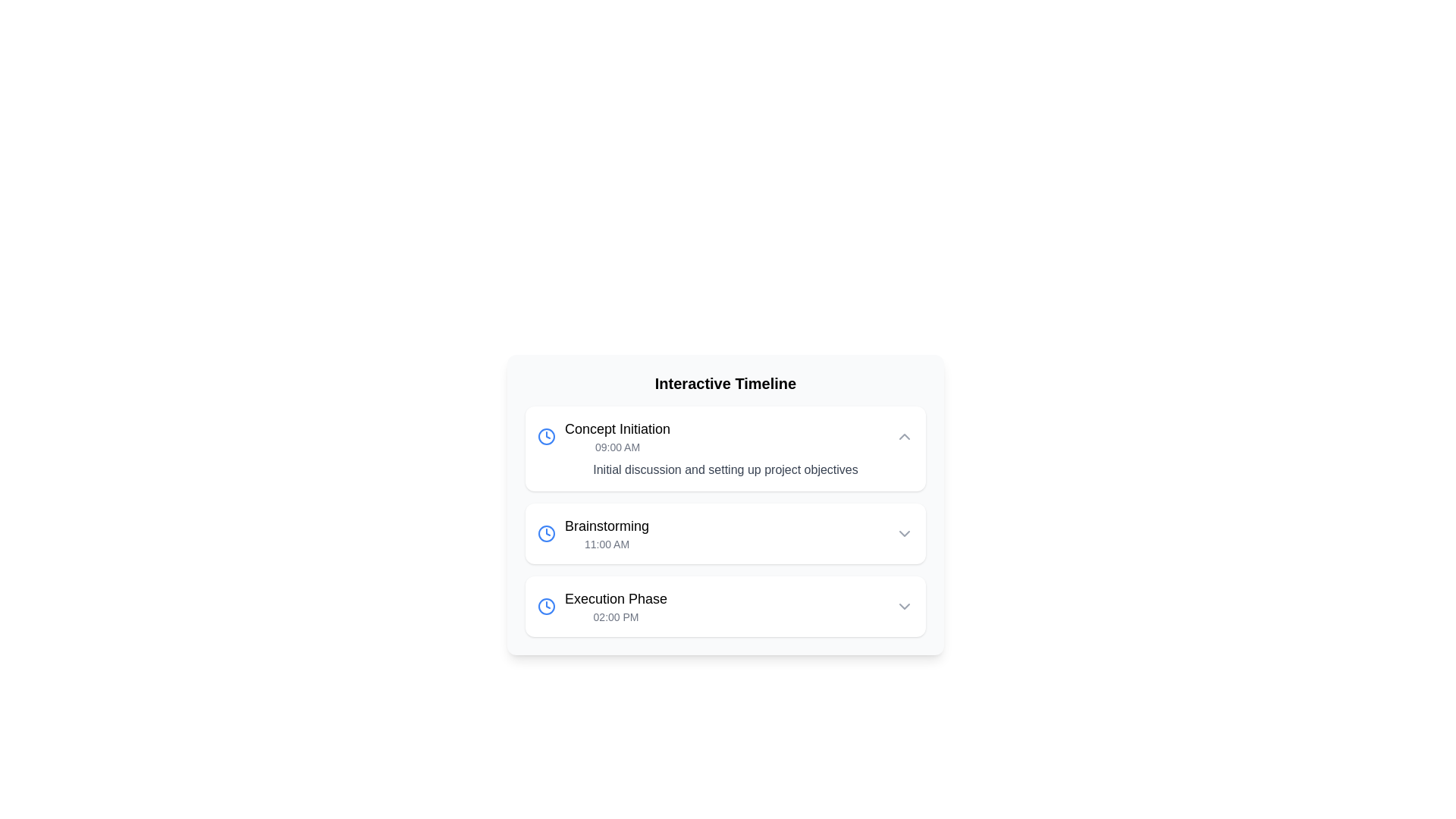 This screenshot has height=819, width=1456. I want to click on the third entry in the vertical timeline, which represents a specific phase name and its time, so click(616, 605).